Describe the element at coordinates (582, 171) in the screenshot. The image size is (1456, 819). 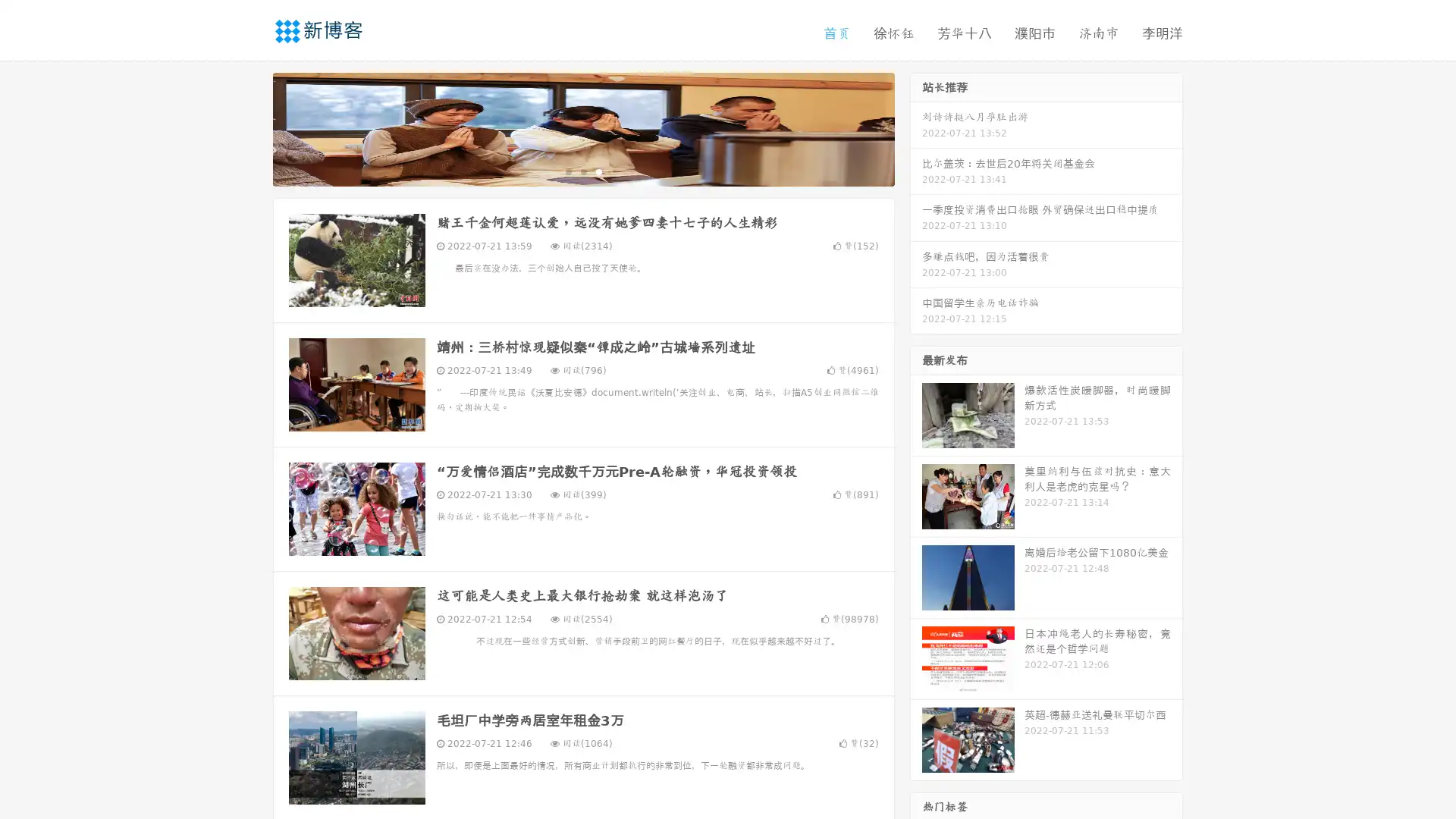
I see `Go to slide 2` at that location.